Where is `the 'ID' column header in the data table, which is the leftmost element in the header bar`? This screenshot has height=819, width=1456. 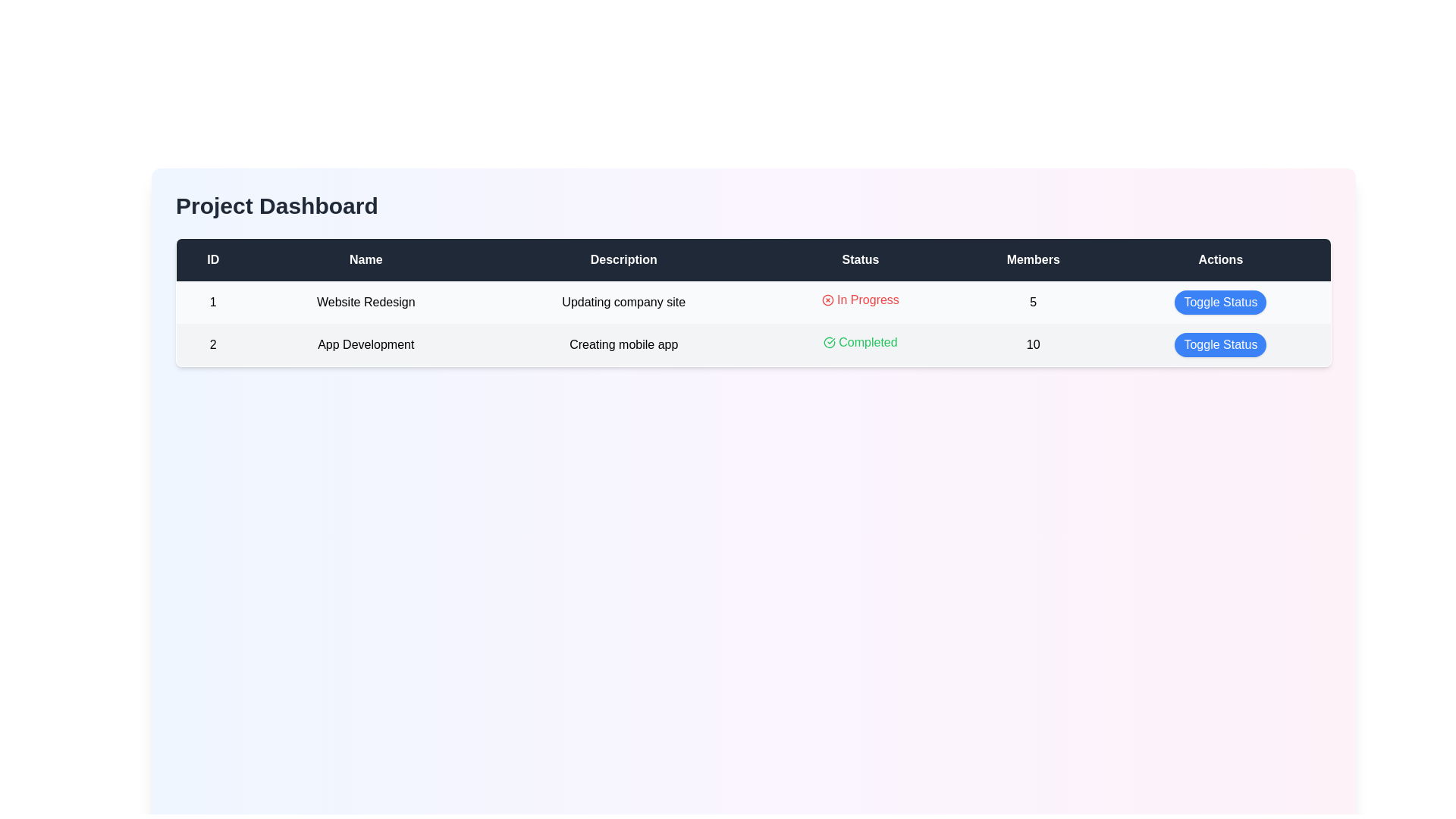 the 'ID' column header in the data table, which is the leftmost element in the header bar is located at coordinates (212, 259).